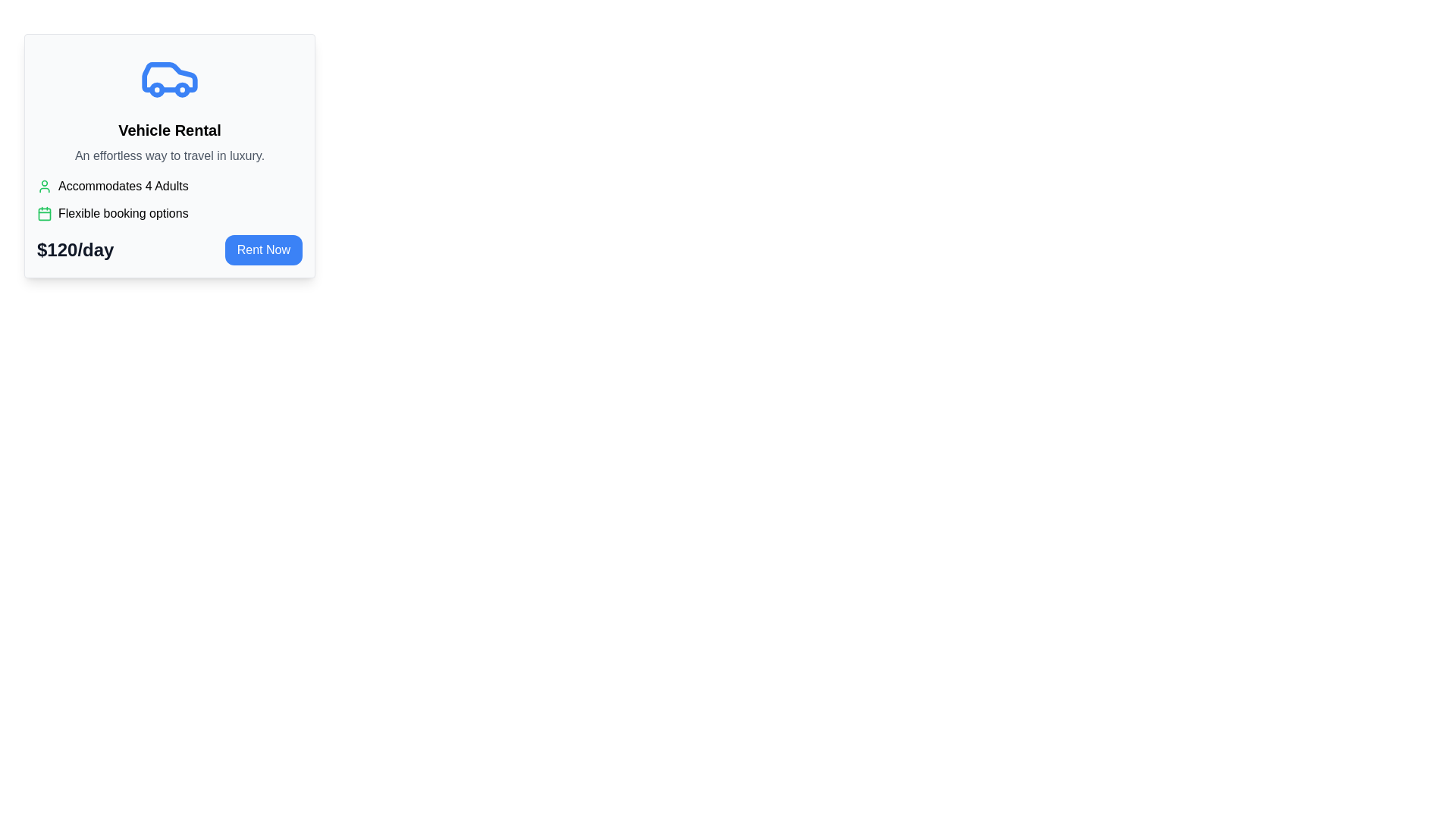  Describe the element at coordinates (157, 89) in the screenshot. I see `the left wheel of the car icon represented by the Circle (SVG element)` at that location.